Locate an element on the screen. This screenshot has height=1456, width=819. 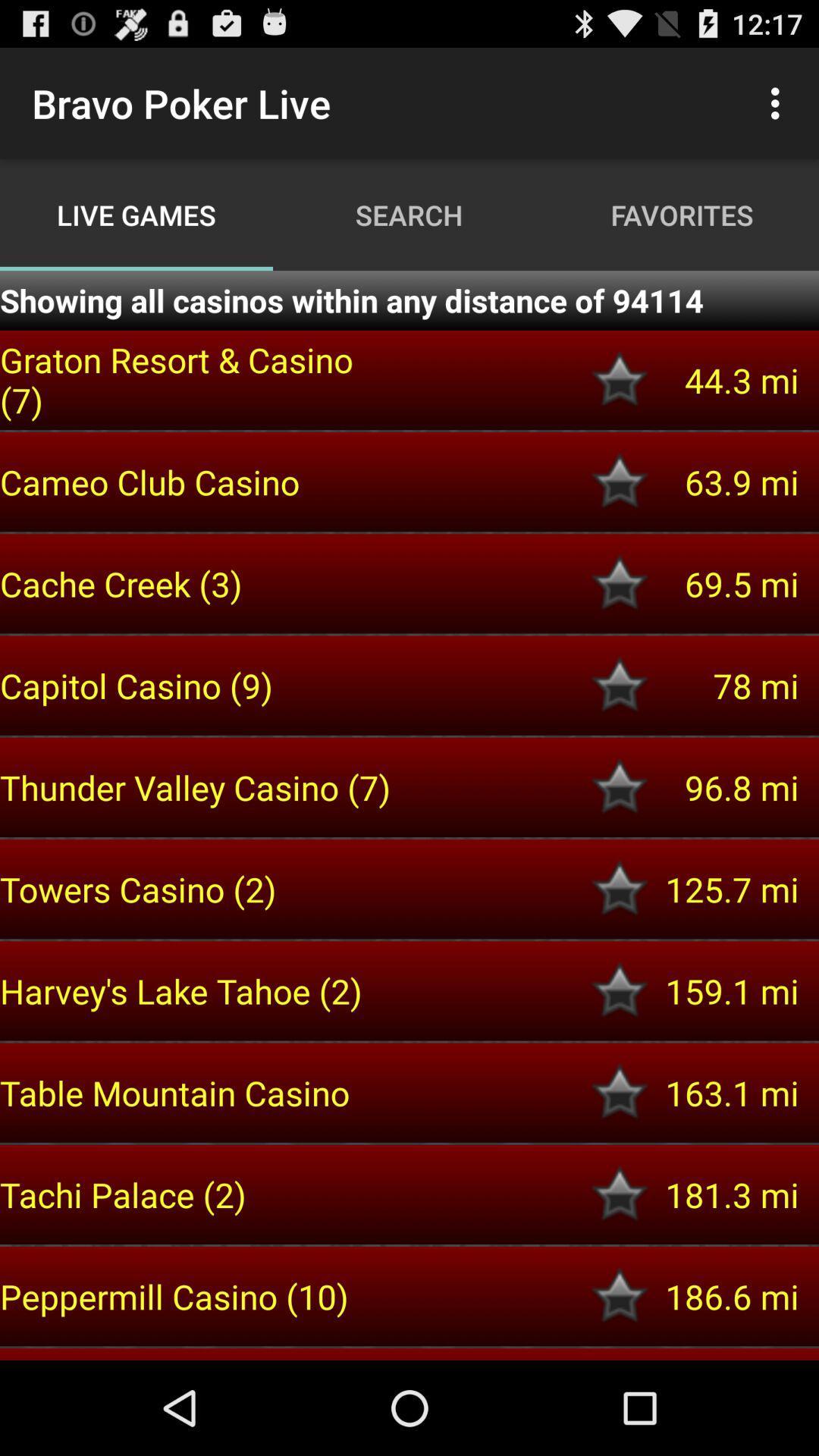
capitol casino is located at coordinates (620, 685).